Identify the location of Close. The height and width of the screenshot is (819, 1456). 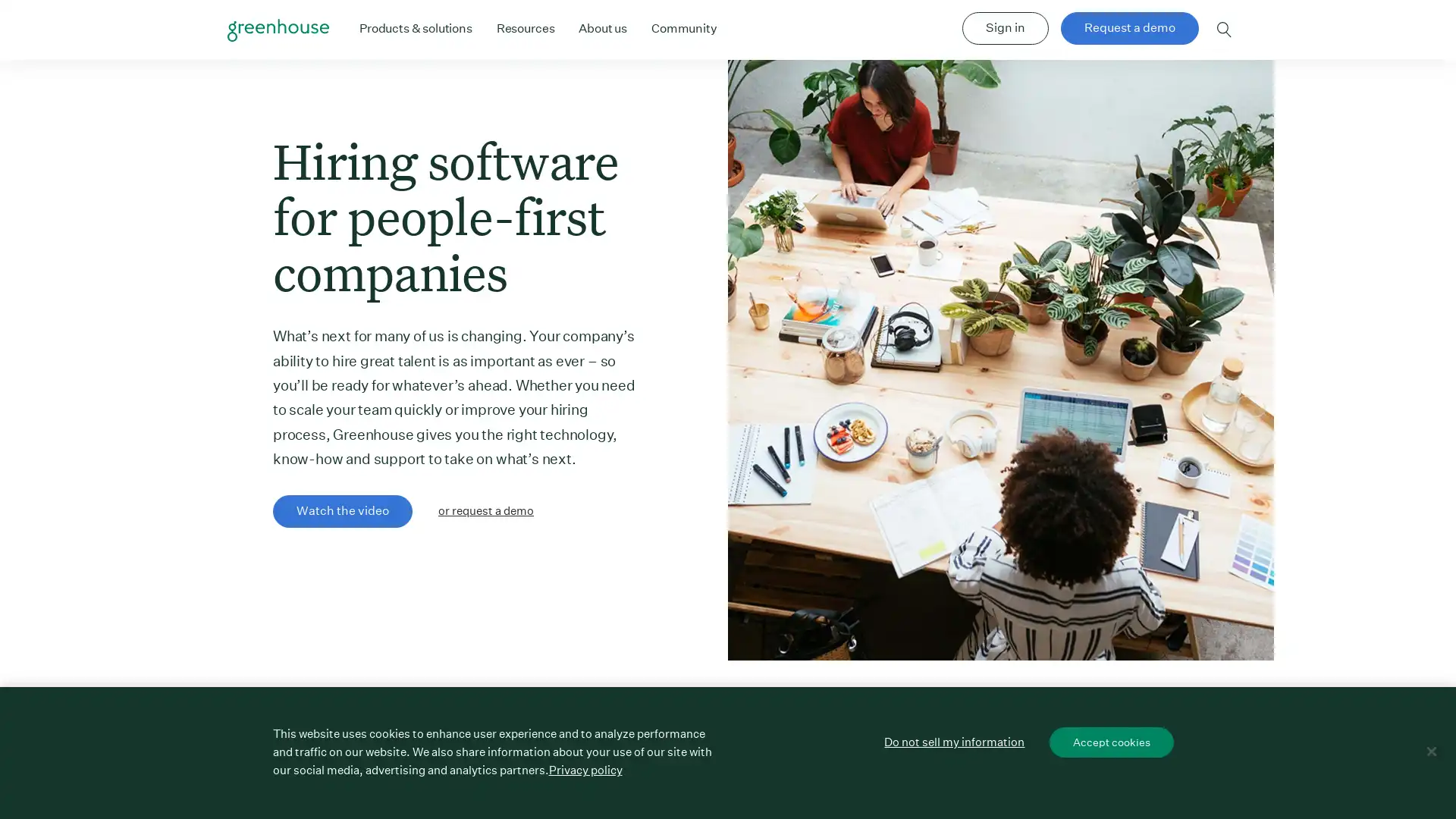
(1430, 752).